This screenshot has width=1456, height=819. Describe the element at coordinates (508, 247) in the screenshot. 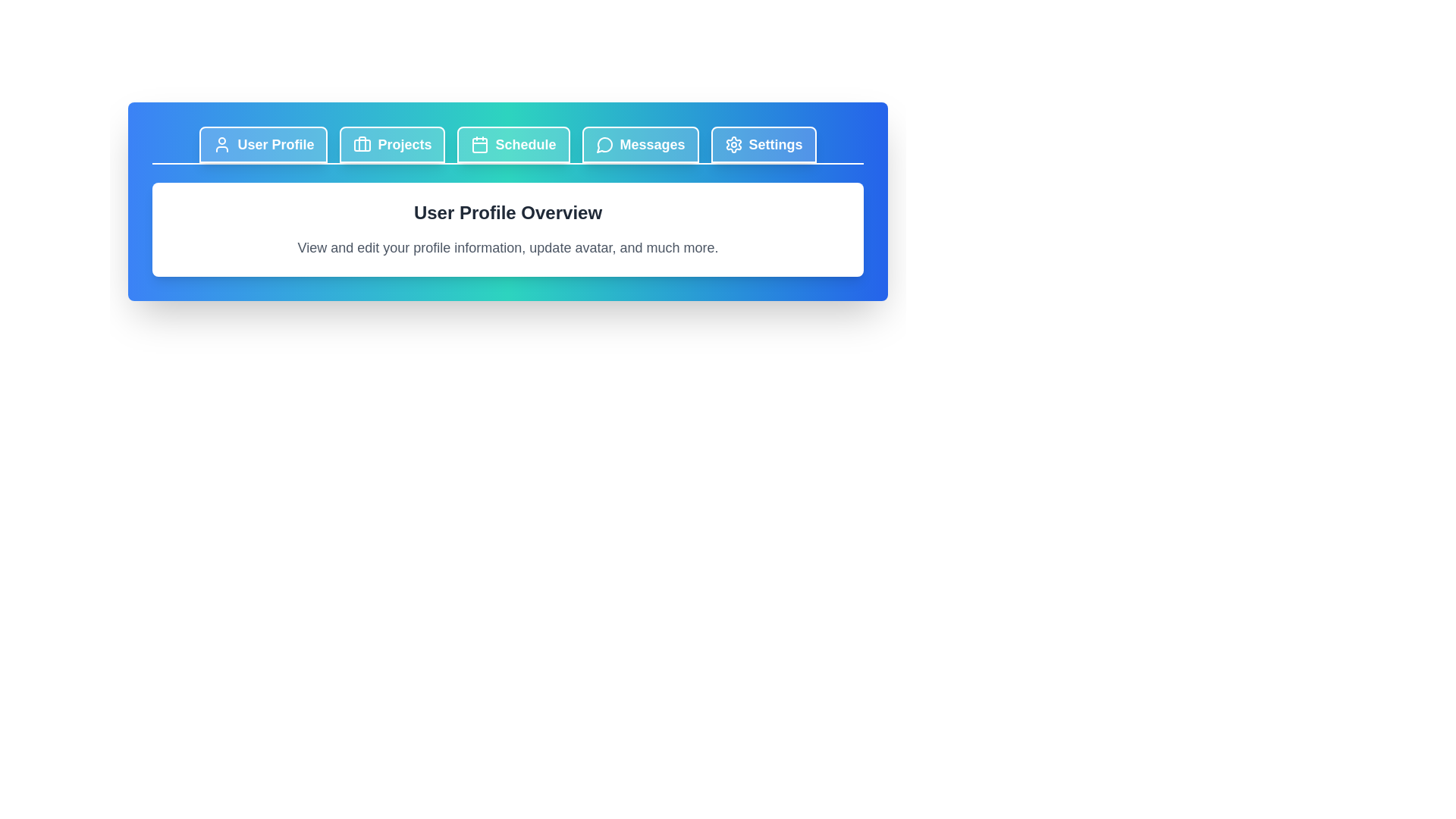

I see `the static text element that provides an informational description about the functionalities offered in the User Profile section, located directly below the 'User Profile Overview' title` at that location.